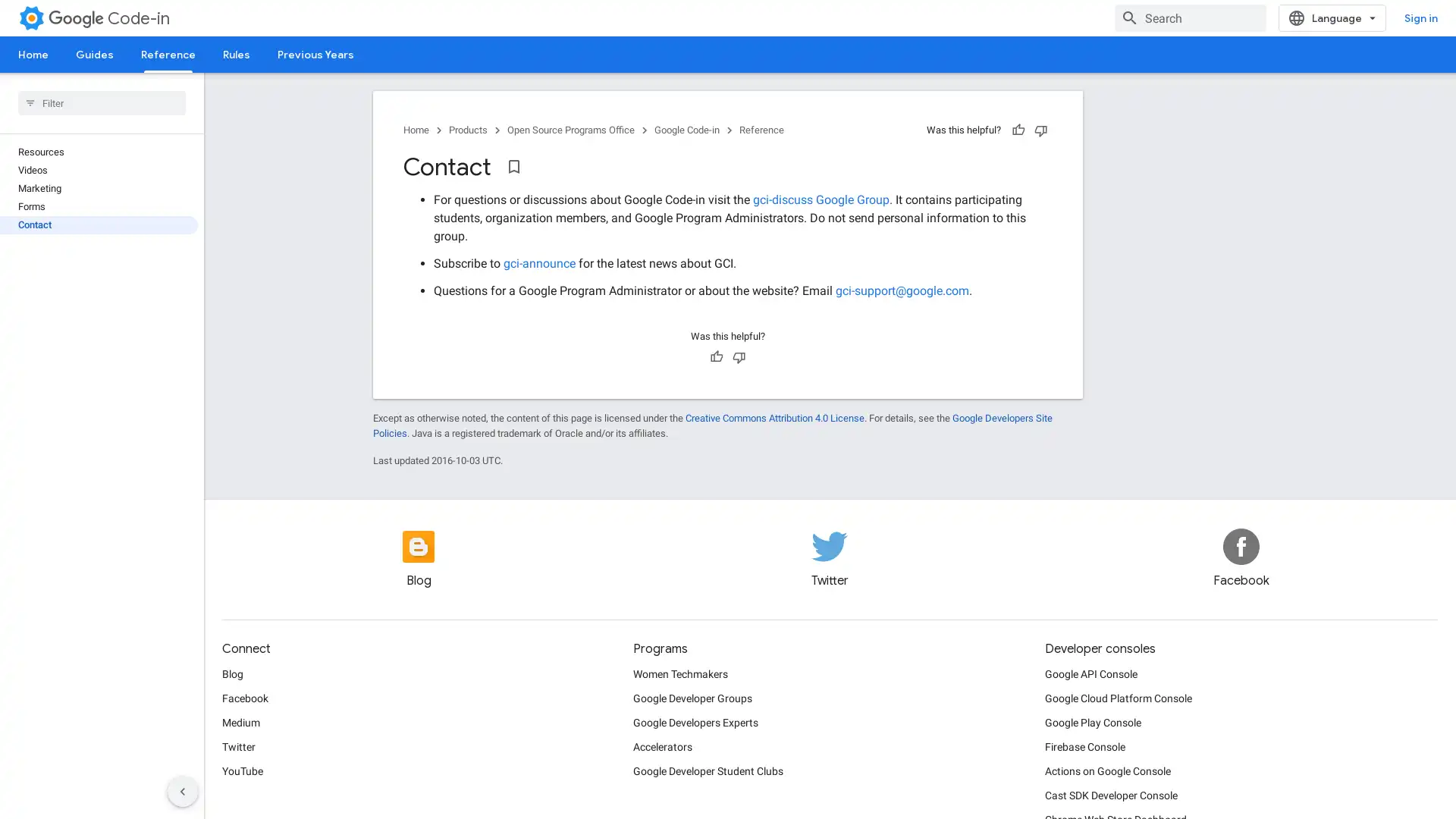 The height and width of the screenshot is (819, 1456). Describe the element at coordinates (739, 356) in the screenshot. I see `Not helpful` at that location.